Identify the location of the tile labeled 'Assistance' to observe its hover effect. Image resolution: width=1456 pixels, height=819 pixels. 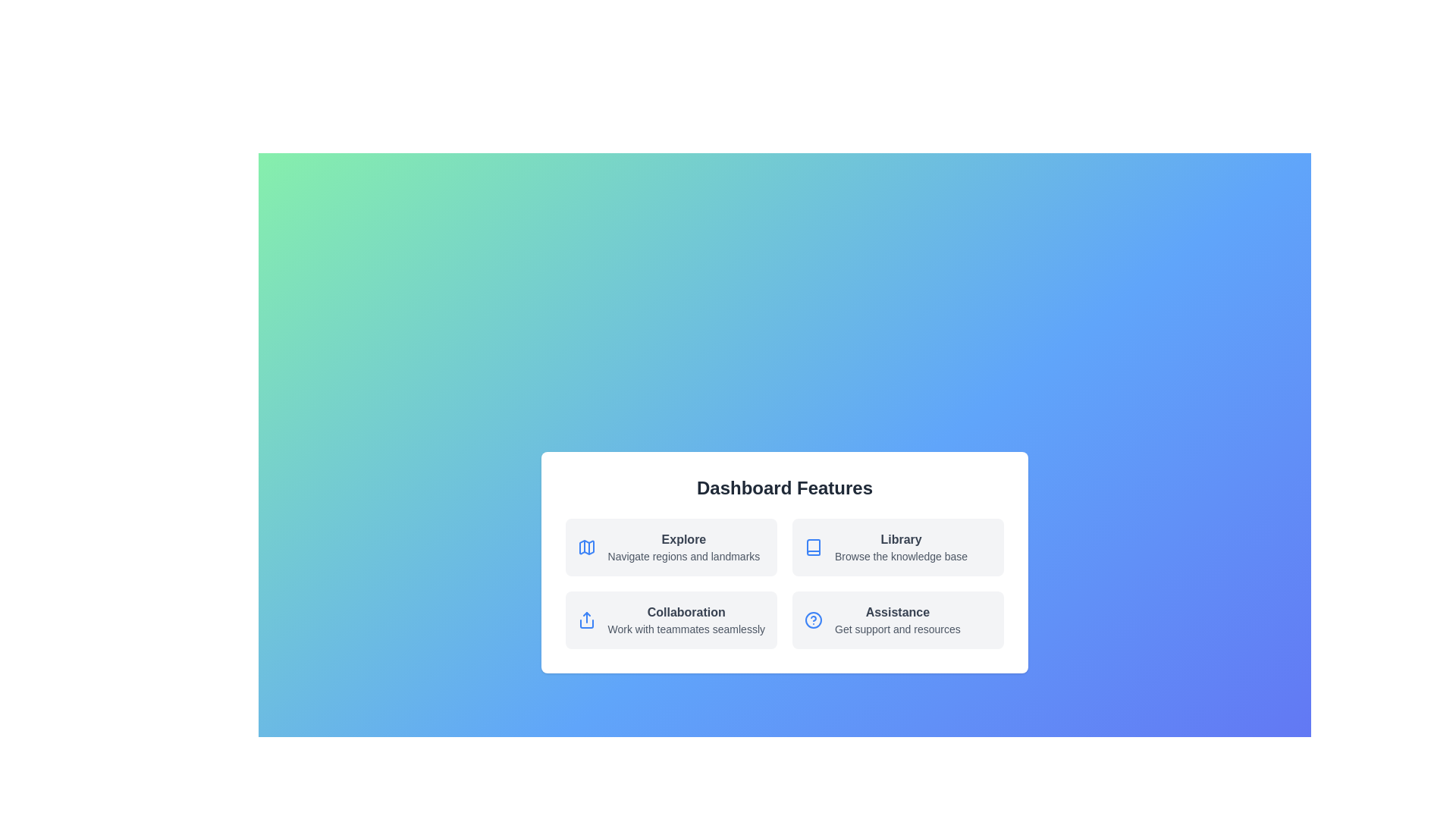
(899, 620).